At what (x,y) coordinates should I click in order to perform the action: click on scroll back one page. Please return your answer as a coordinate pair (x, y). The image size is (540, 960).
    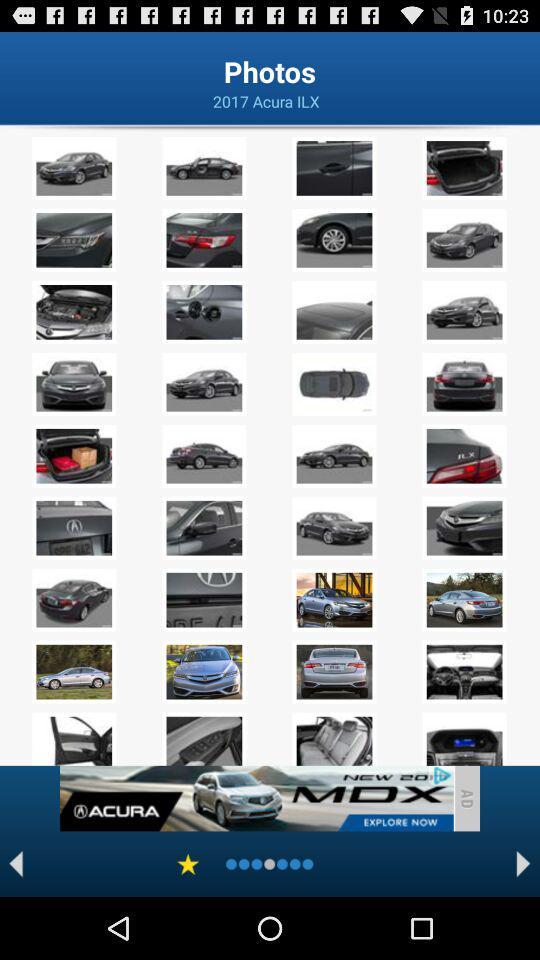
    Looking at the image, I should click on (15, 863).